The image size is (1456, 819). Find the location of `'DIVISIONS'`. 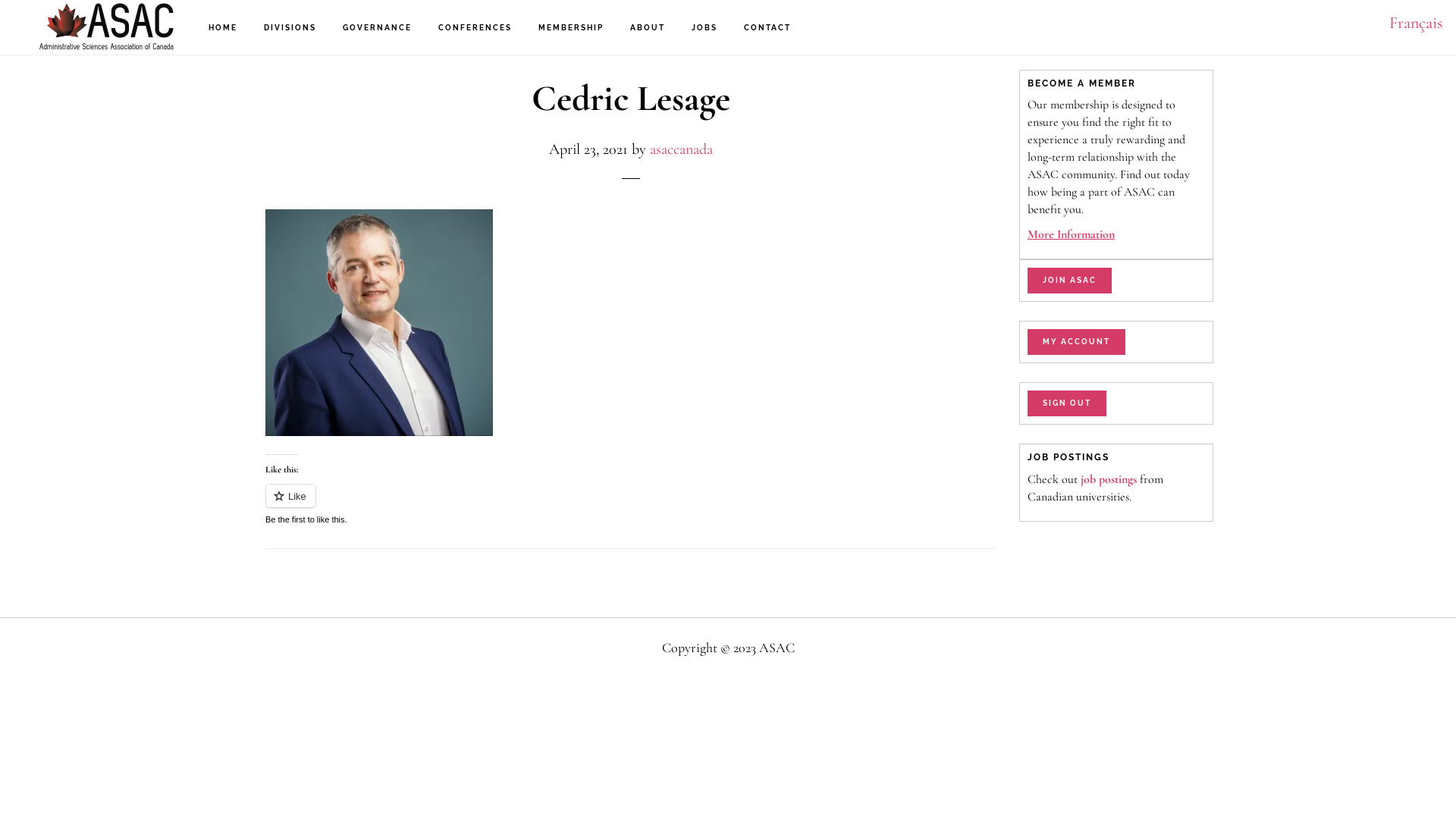

'DIVISIONS' is located at coordinates (252, 28).